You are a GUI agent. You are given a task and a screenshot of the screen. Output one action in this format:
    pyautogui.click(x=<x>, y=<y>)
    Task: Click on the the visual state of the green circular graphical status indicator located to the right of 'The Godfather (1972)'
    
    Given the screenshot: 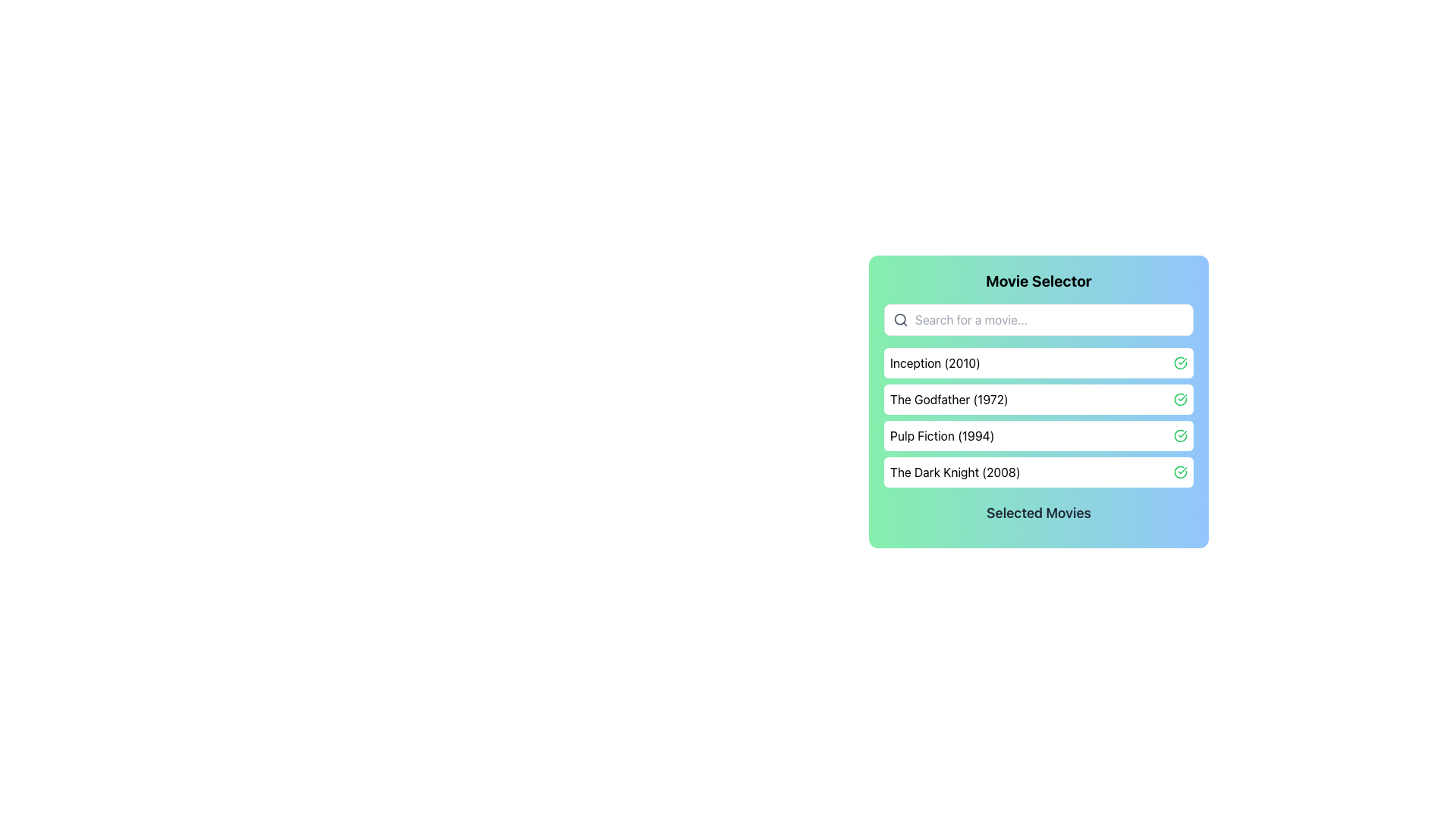 What is the action you would take?
    pyautogui.click(x=1179, y=399)
    